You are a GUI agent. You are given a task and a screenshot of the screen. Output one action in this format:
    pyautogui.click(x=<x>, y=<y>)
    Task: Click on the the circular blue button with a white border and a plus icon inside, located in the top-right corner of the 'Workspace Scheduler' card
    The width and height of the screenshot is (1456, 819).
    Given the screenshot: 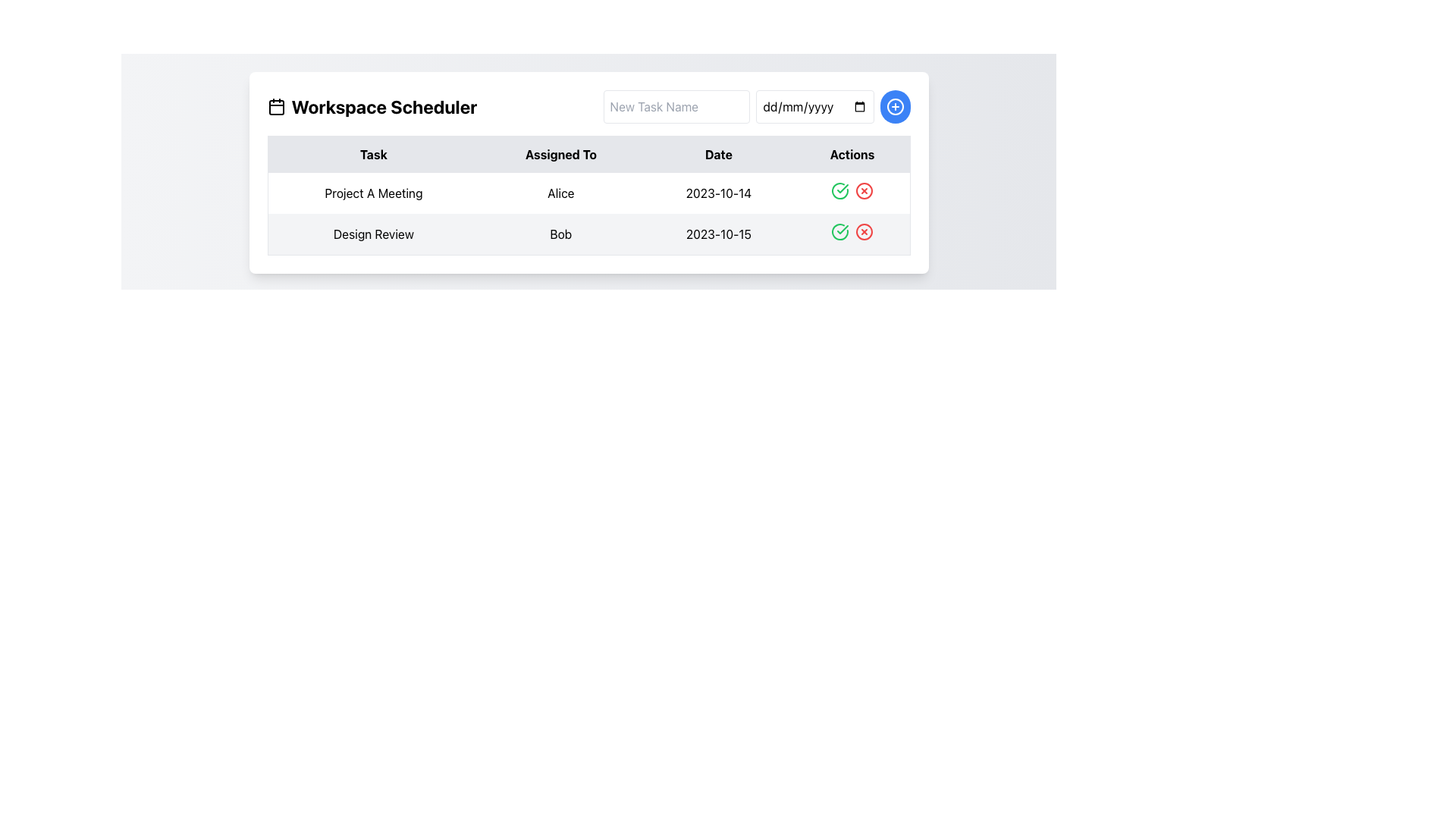 What is the action you would take?
    pyautogui.click(x=895, y=106)
    